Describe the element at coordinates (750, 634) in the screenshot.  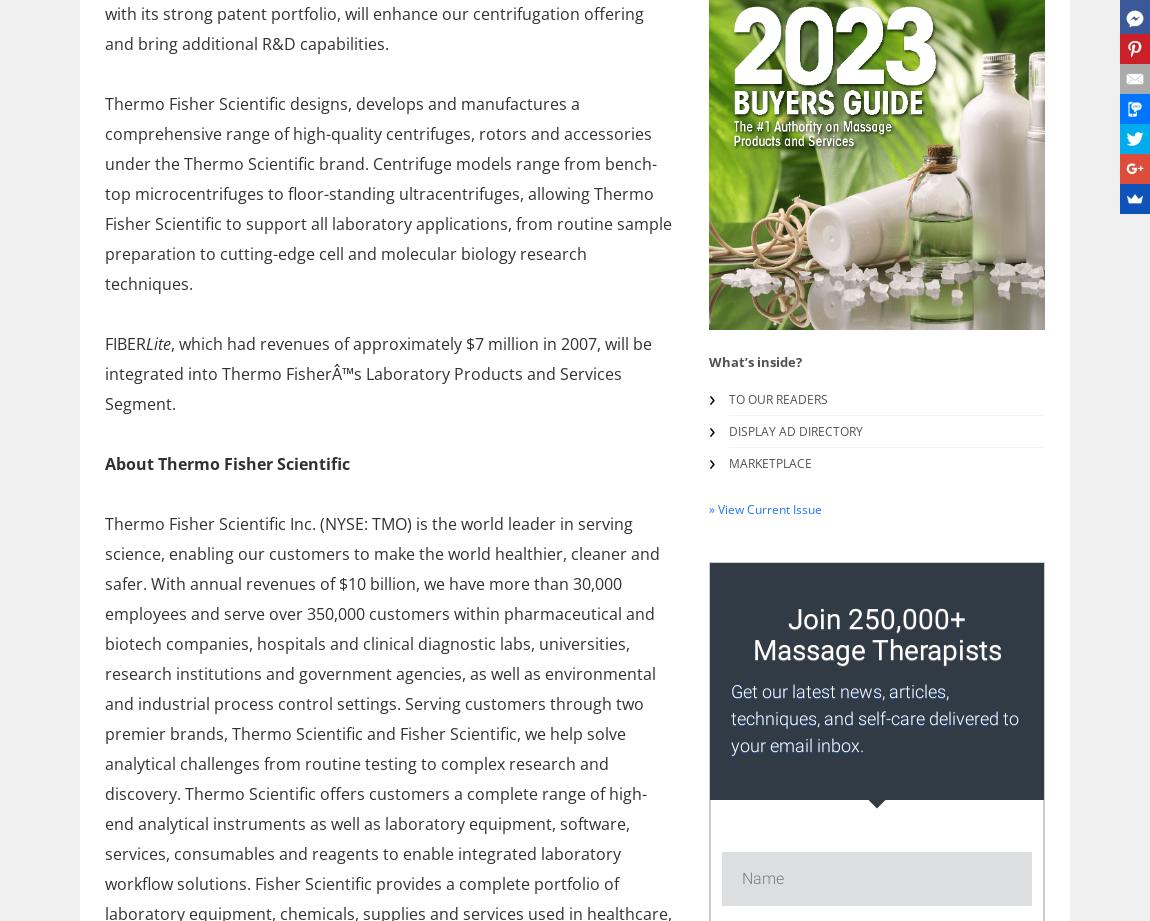
I see `'Join 250,000+ Massage Therapists'` at that location.